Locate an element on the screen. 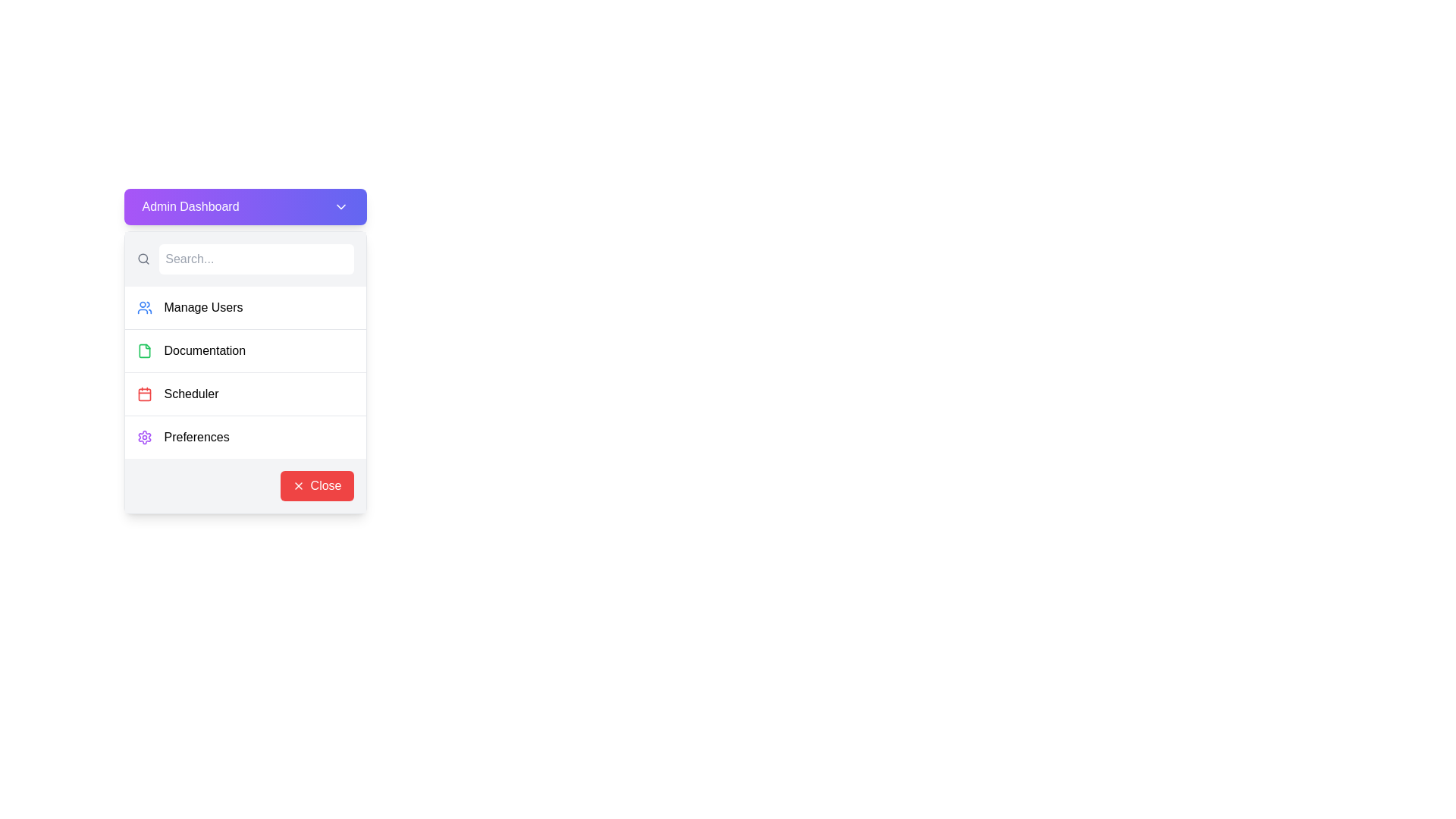 The width and height of the screenshot is (1456, 819). the green file icon representing a document in the second row of the menu, which is associated with the 'Documentation' label is located at coordinates (144, 350).